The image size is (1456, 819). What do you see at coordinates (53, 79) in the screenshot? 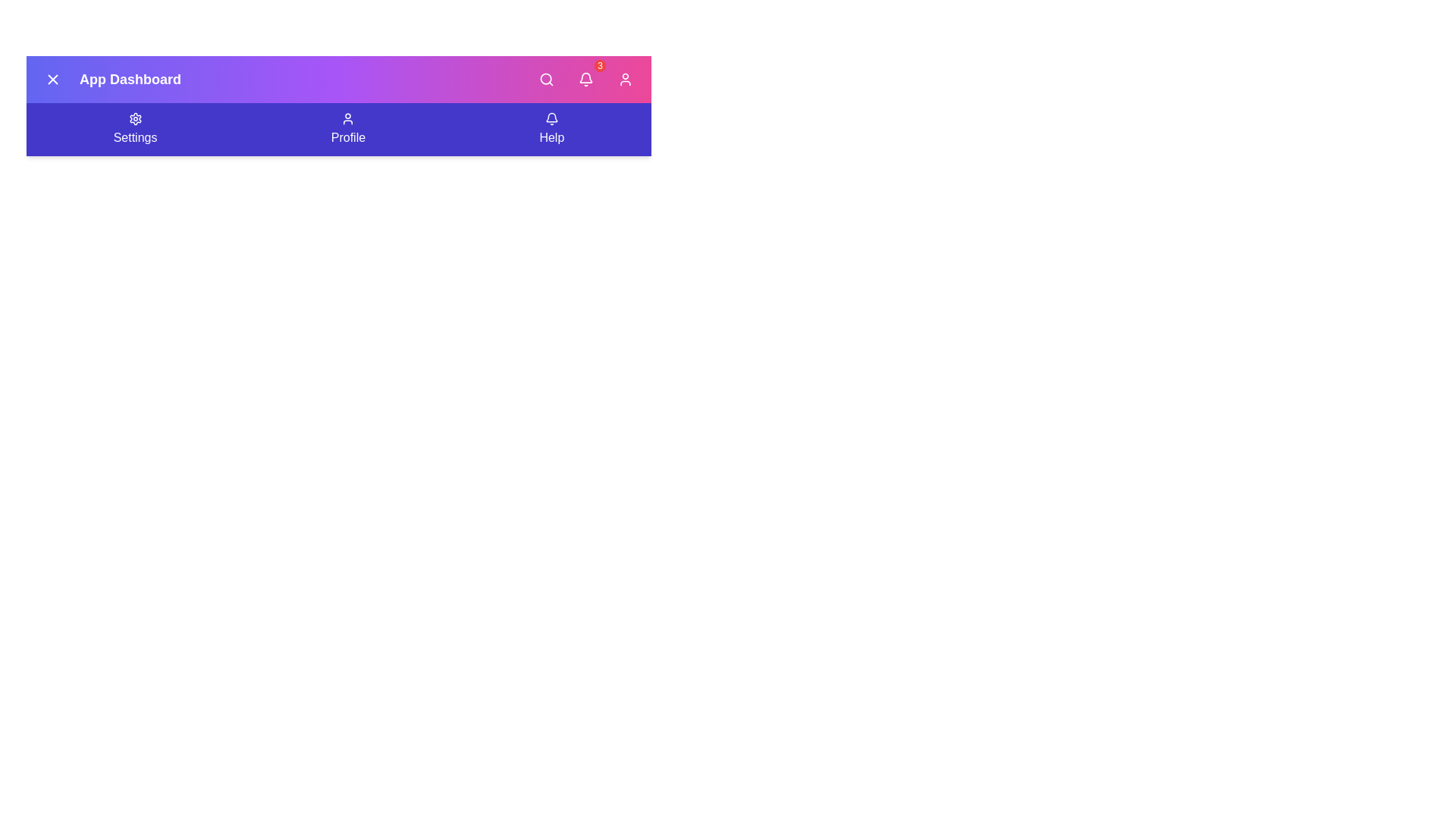
I see `the button with the menu or close icon to toggle the side menu visibility` at bounding box center [53, 79].